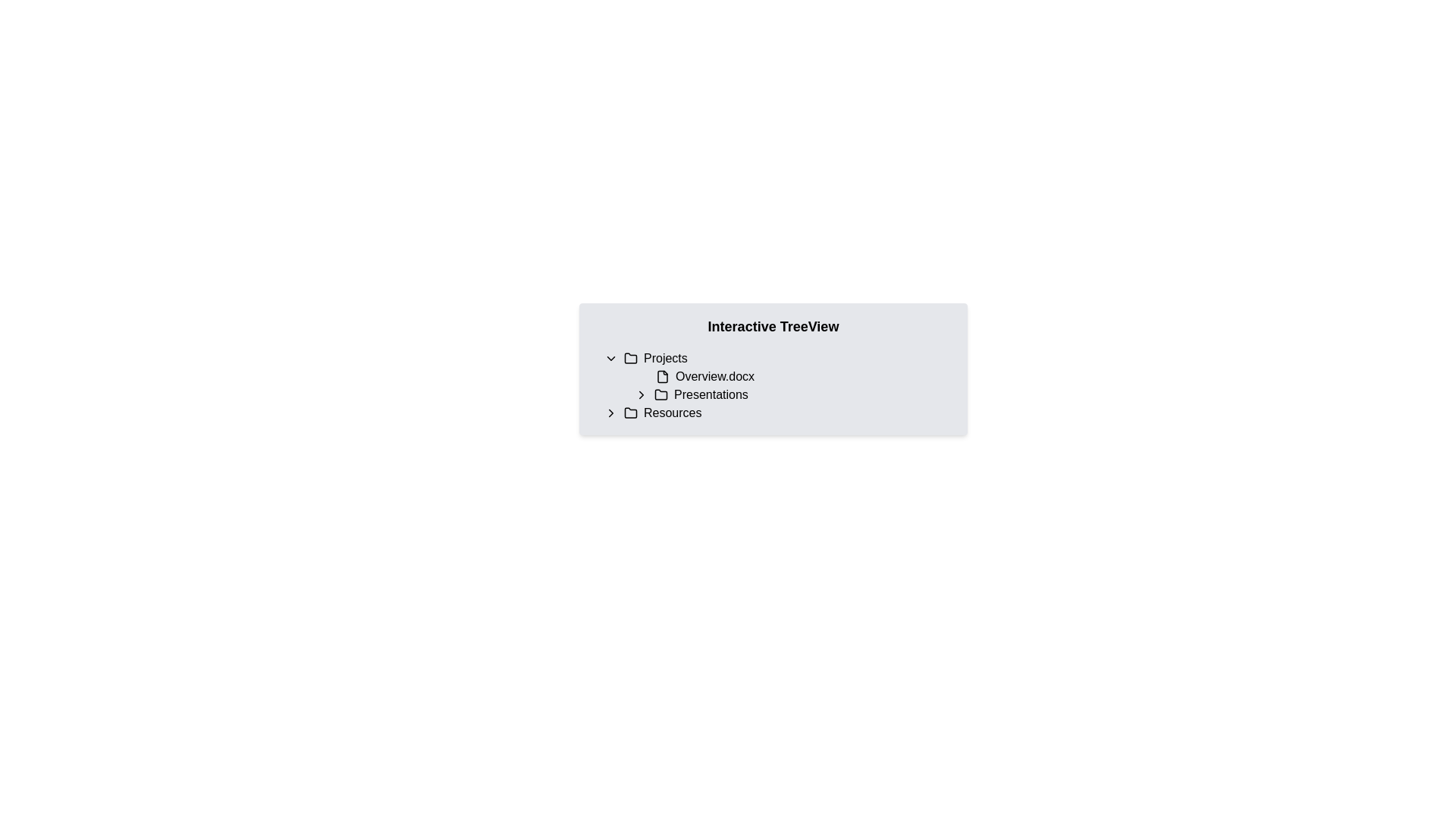 This screenshot has height=819, width=1456. Describe the element at coordinates (773, 413) in the screenshot. I see `the 'Resources' folder in the tree view` at that location.